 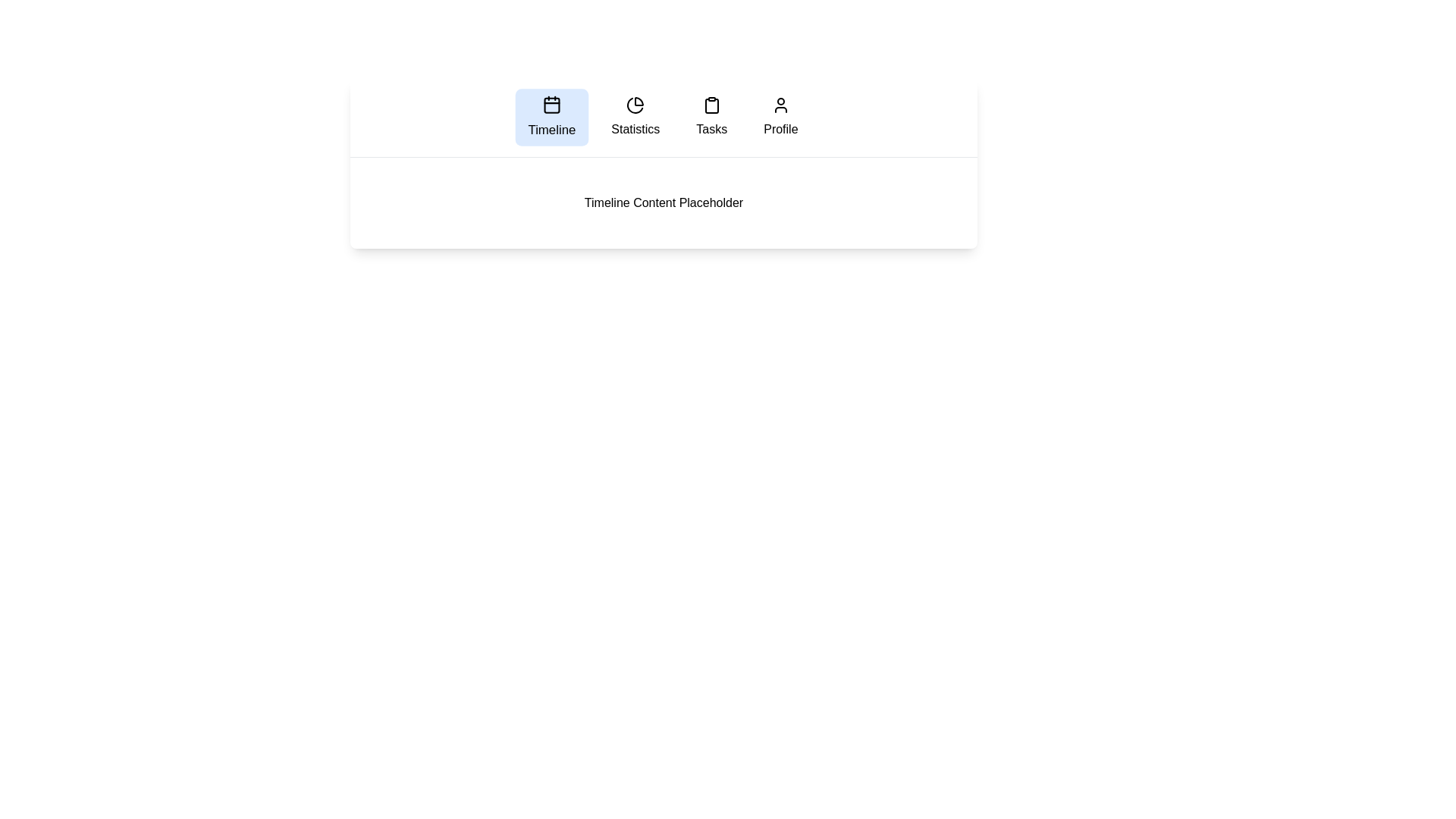 I want to click on the tab labeled Statistics to navigate to it, so click(x=635, y=116).